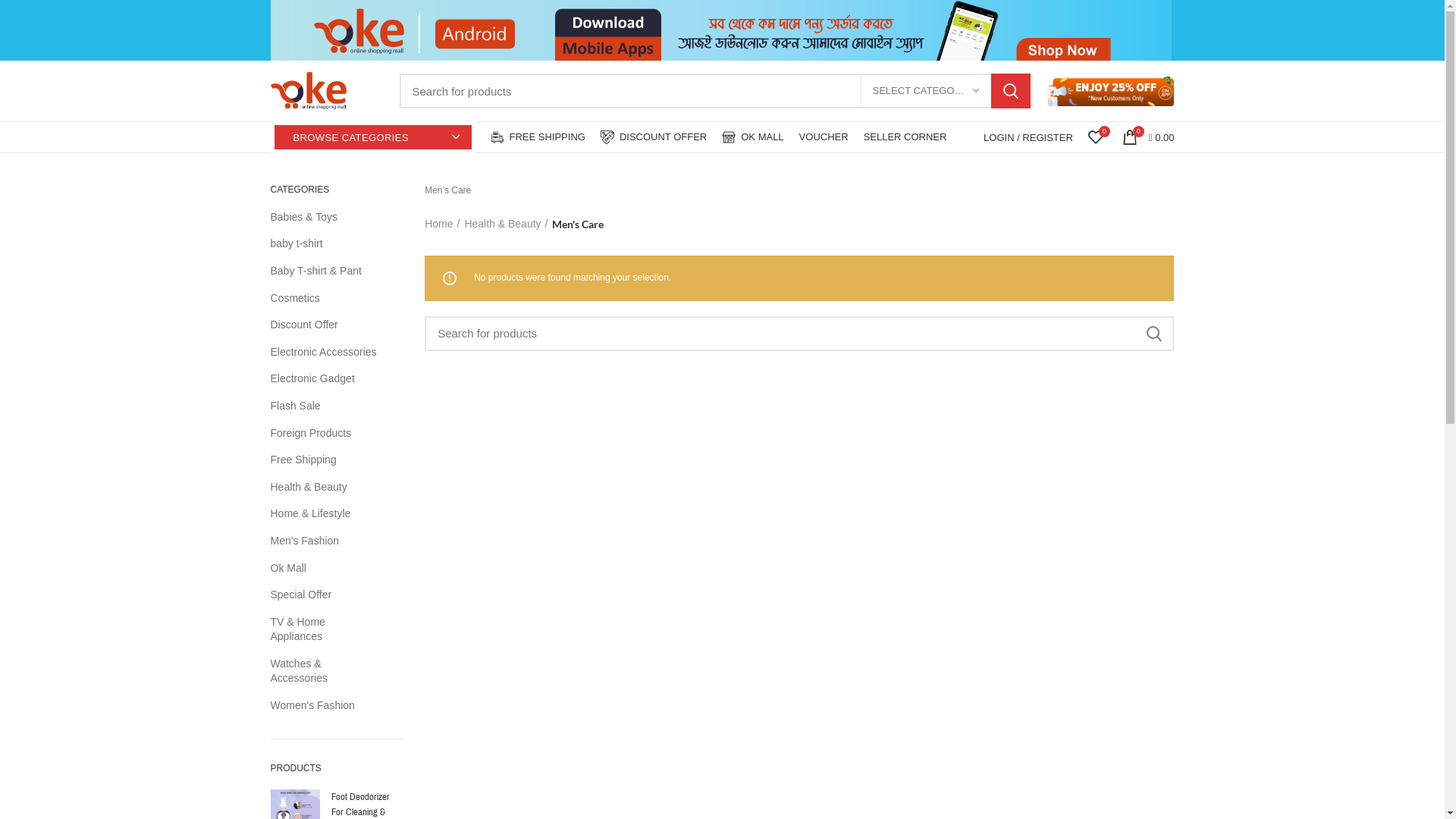  What do you see at coordinates (1095, 137) in the screenshot?
I see `'0'` at bounding box center [1095, 137].